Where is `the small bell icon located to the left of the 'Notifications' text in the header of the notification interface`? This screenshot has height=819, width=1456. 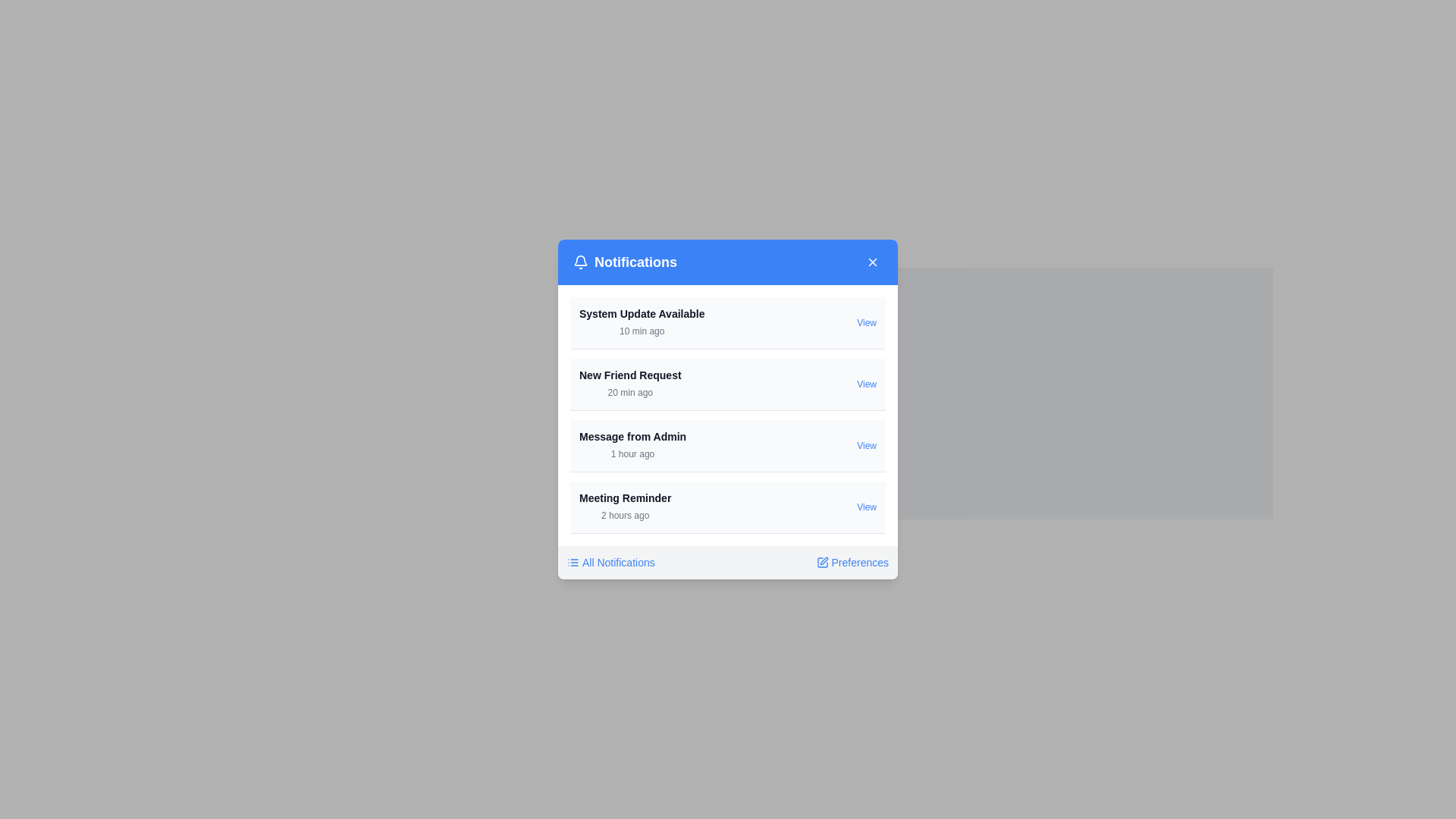 the small bell icon located to the left of the 'Notifications' text in the header of the notification interface is located at coordinates (580, 262).